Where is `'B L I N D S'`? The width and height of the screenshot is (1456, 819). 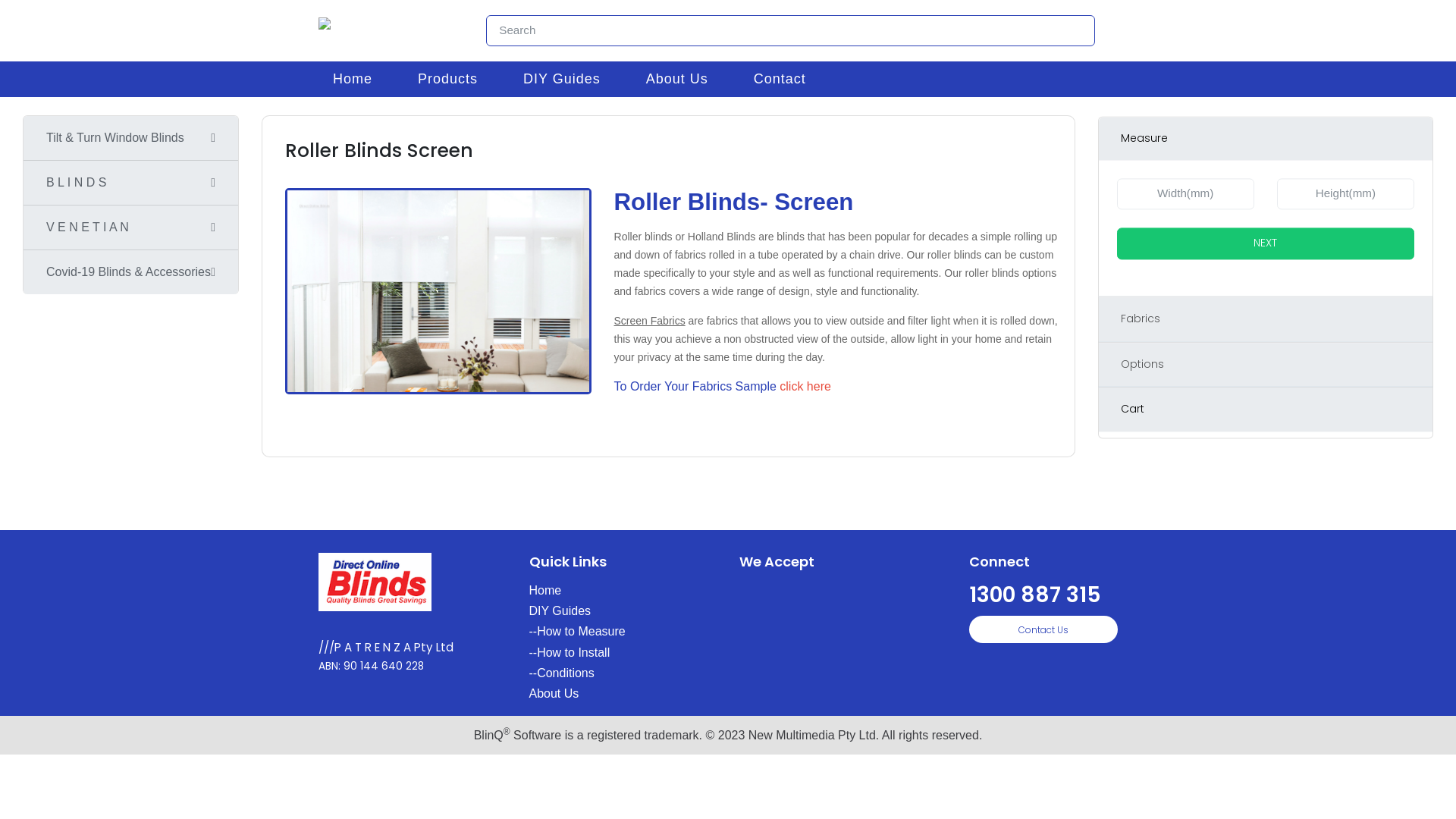
'B L I N D S' is located at coordinates (46, 181).